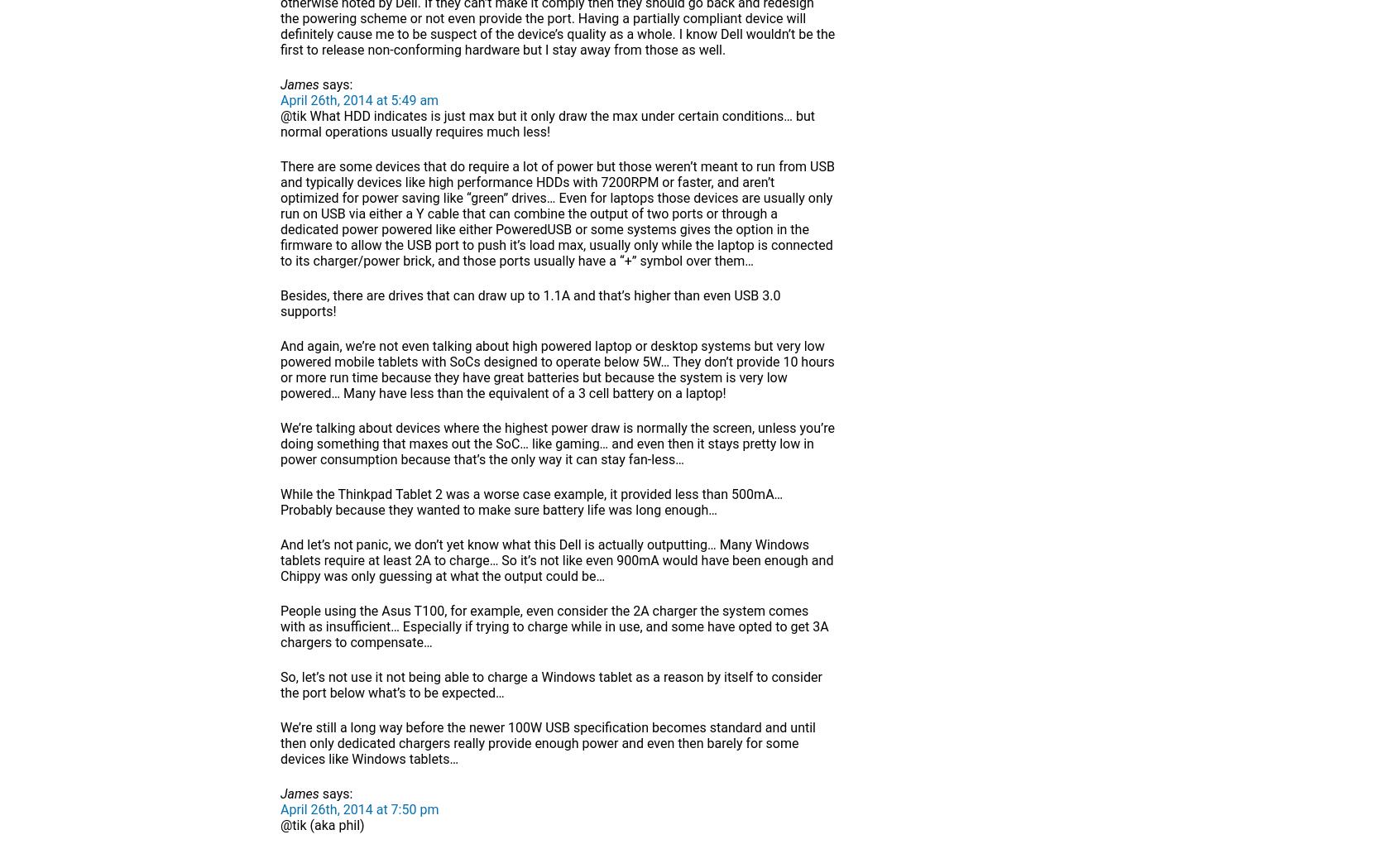  I want to click on 'Besides, there are drives that can draw up to 1.1A and that’s higher than even USB 3.0 supports!', so click(530, 303).